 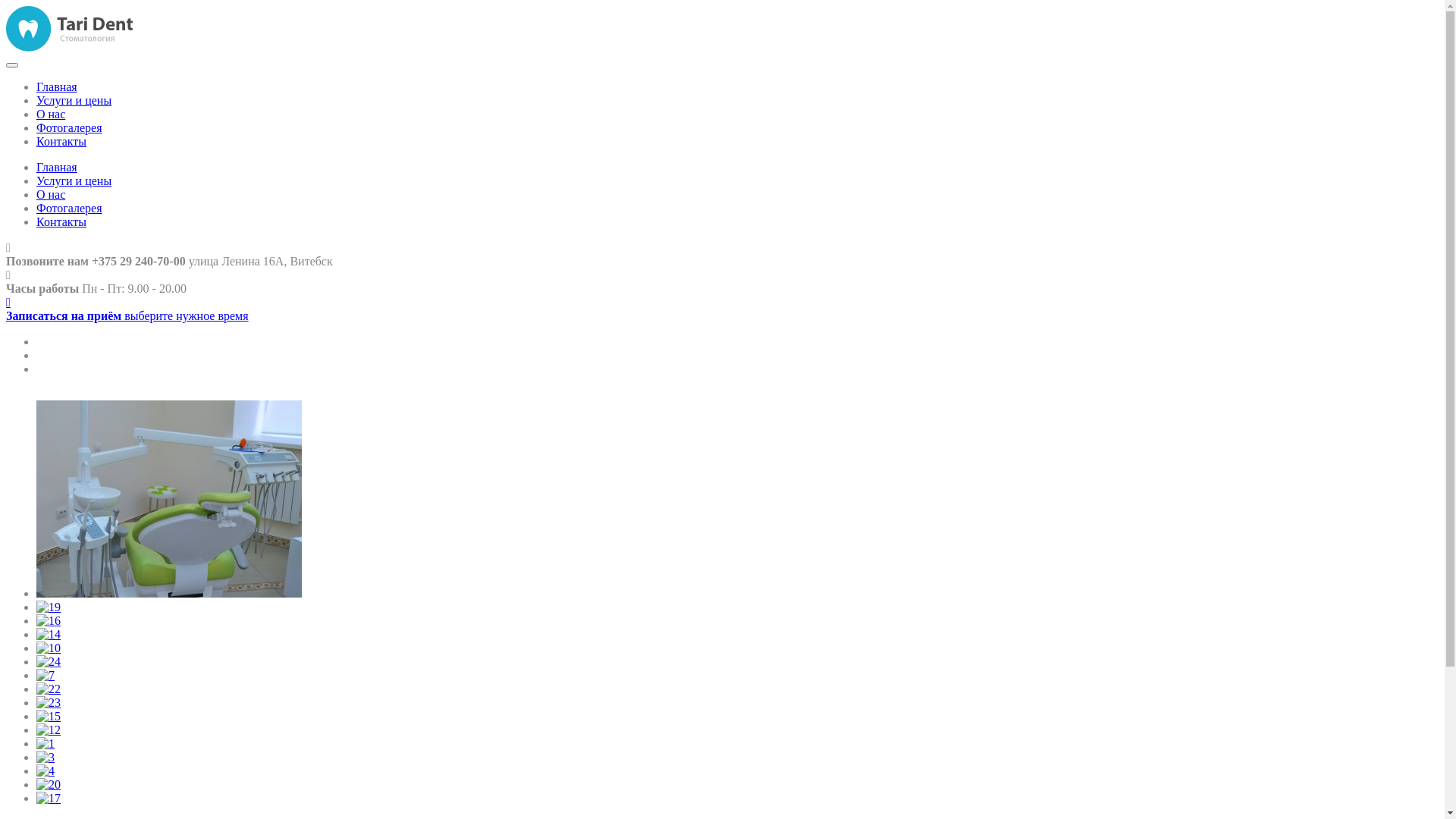 What do you see at coordinates (36, 784) in the screenshot?
I see `'20'` at bounding box center [36, 784].